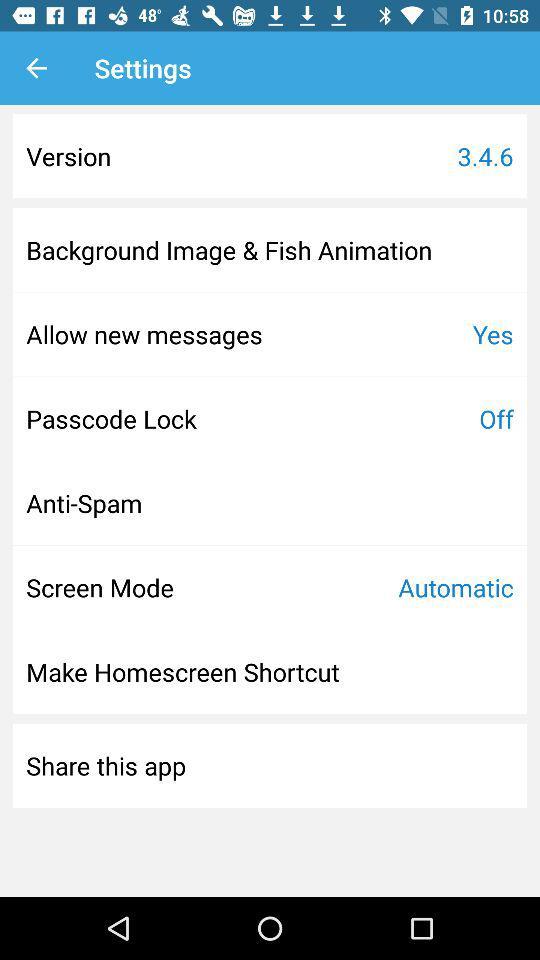  What do you see at coordinates (484, 155) in the screenshot?
I see `icon next to version icon` at bounding box center [484, 155].